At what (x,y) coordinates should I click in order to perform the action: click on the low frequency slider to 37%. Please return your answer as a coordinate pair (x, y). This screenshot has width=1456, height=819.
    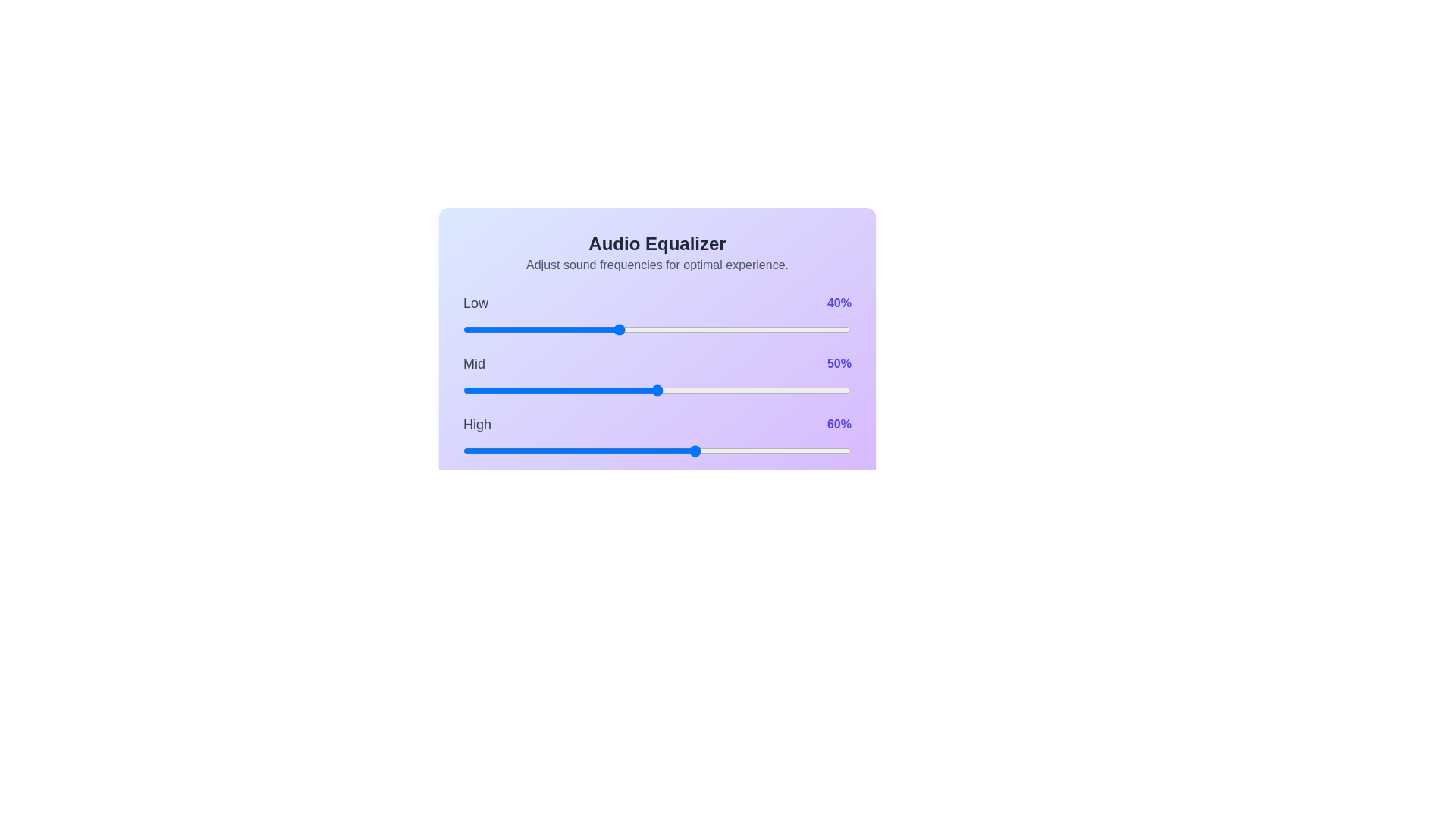
    Looking at the image, I should click on (607, 329).